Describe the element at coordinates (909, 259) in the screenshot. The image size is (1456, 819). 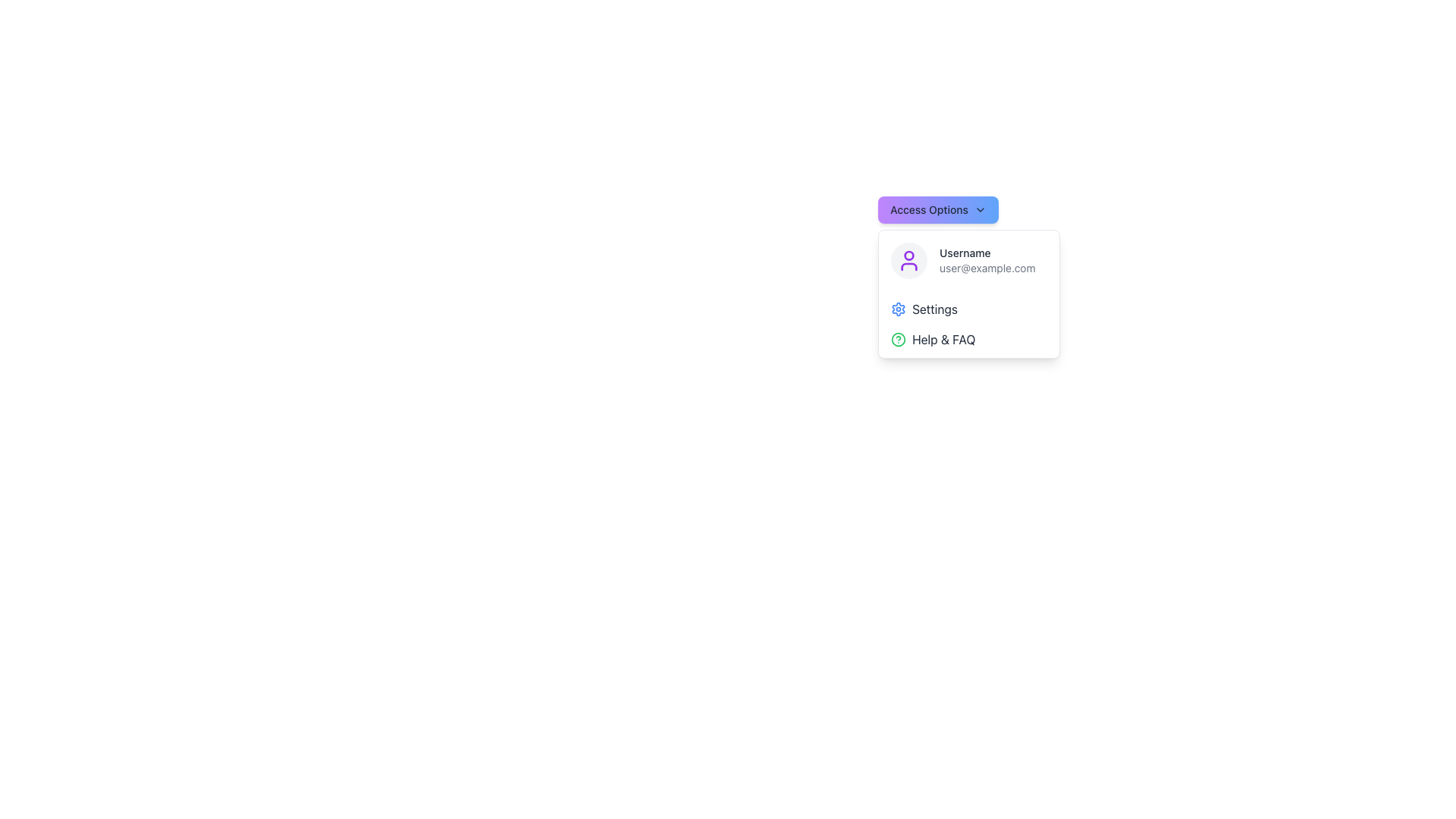
I see `the user avatar icon, which is represented as a stylized purple person silhouette located in the top left part of the dropdown panel above the 'Username' label` at that location.